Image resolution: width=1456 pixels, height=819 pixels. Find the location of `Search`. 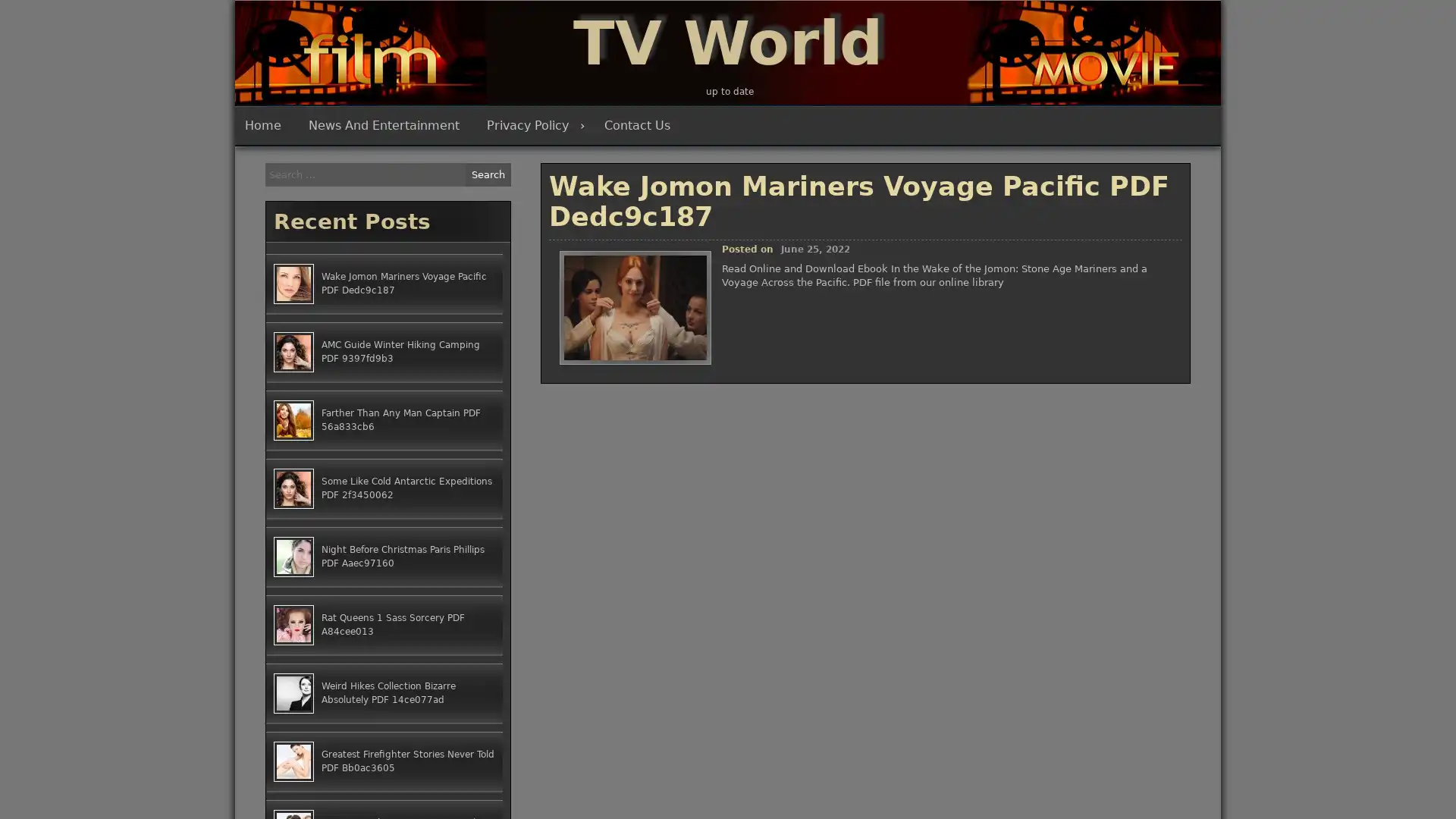

Search is located at coordinates (488, 174).